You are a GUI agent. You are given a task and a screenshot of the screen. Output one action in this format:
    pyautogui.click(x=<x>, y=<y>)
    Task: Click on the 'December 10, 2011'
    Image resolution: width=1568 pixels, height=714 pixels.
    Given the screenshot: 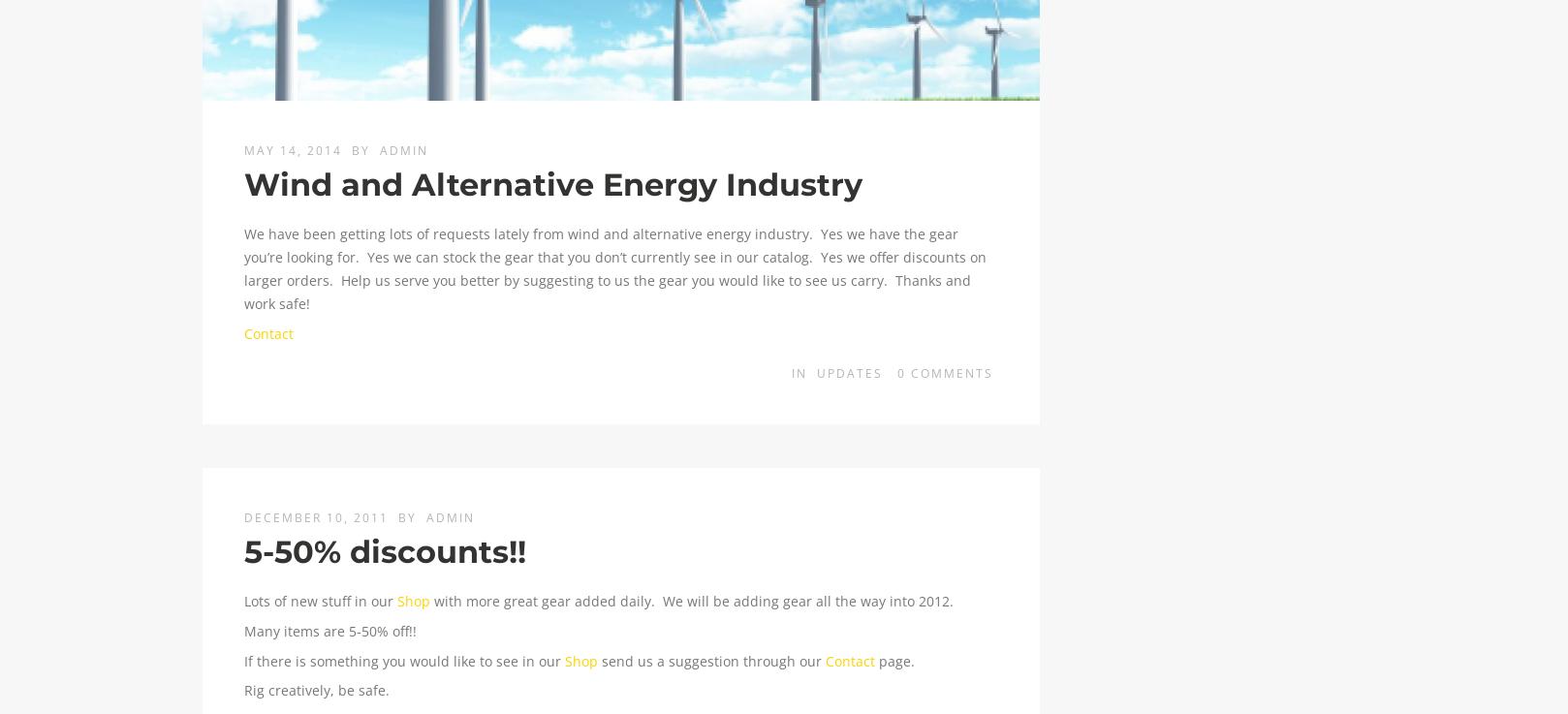 What is the action you would take?
    pyautogui.click(x=242, y=516)
    